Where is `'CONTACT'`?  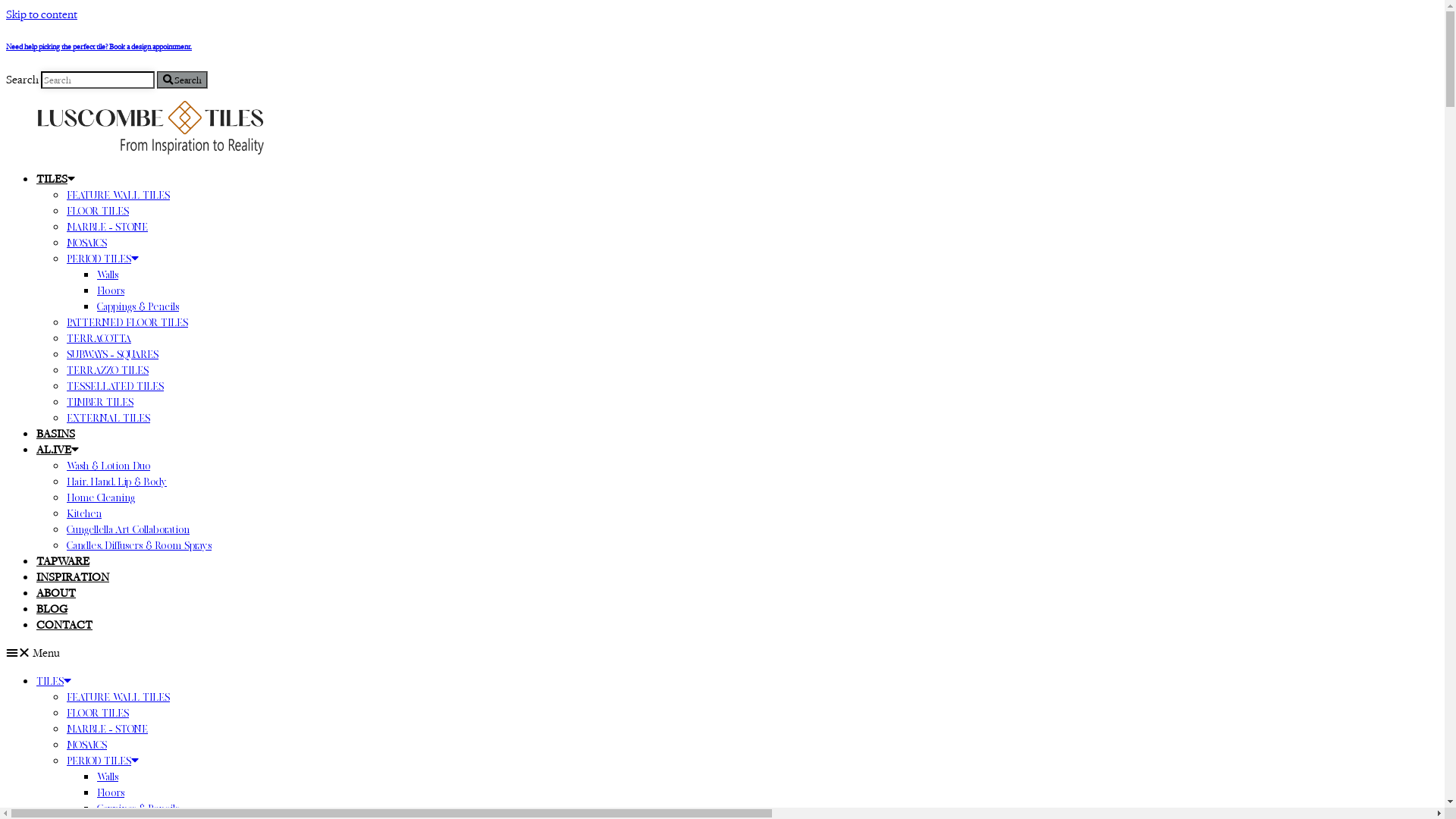
'CONTACT' is located at coordinates (64, 624).